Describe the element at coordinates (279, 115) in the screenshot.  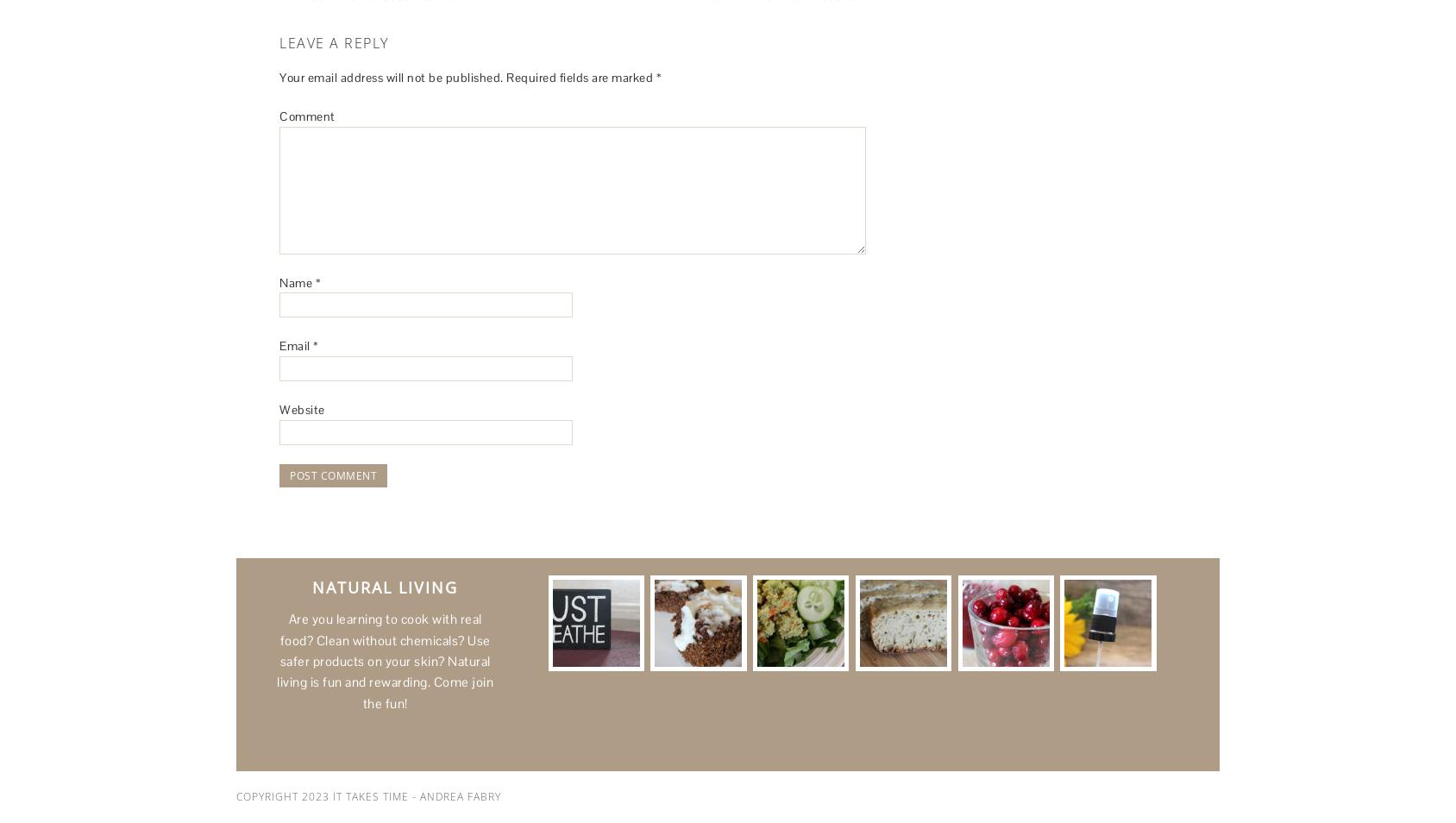
I see `'Comment'` at that location.